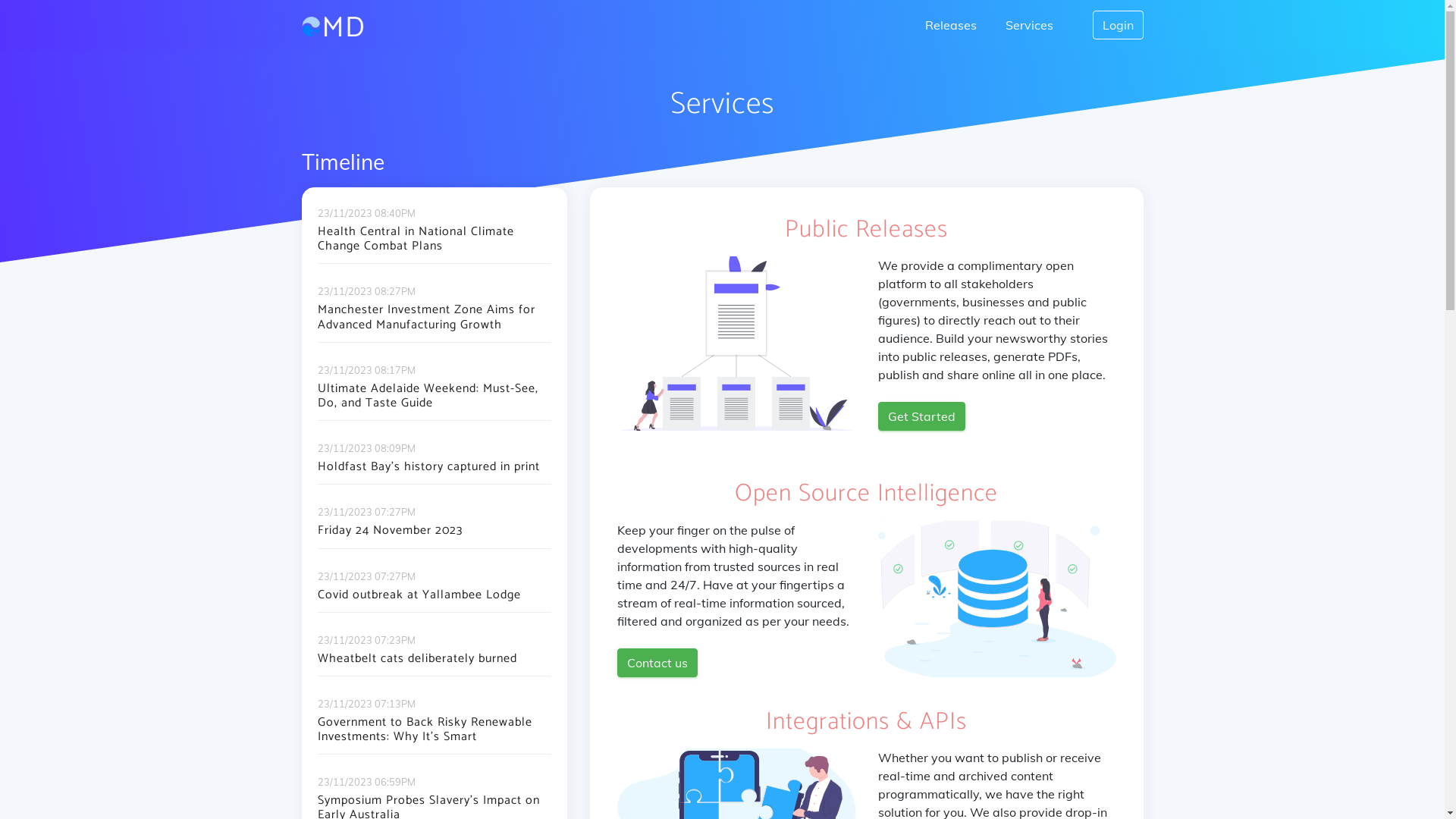 The width and height of the screenshot is (1456, 819). What do you see at coordinates (432, 475) in the screenshot?
I see `'Holdfast Bay's history captured in print'` at bounding box center [432, 475].